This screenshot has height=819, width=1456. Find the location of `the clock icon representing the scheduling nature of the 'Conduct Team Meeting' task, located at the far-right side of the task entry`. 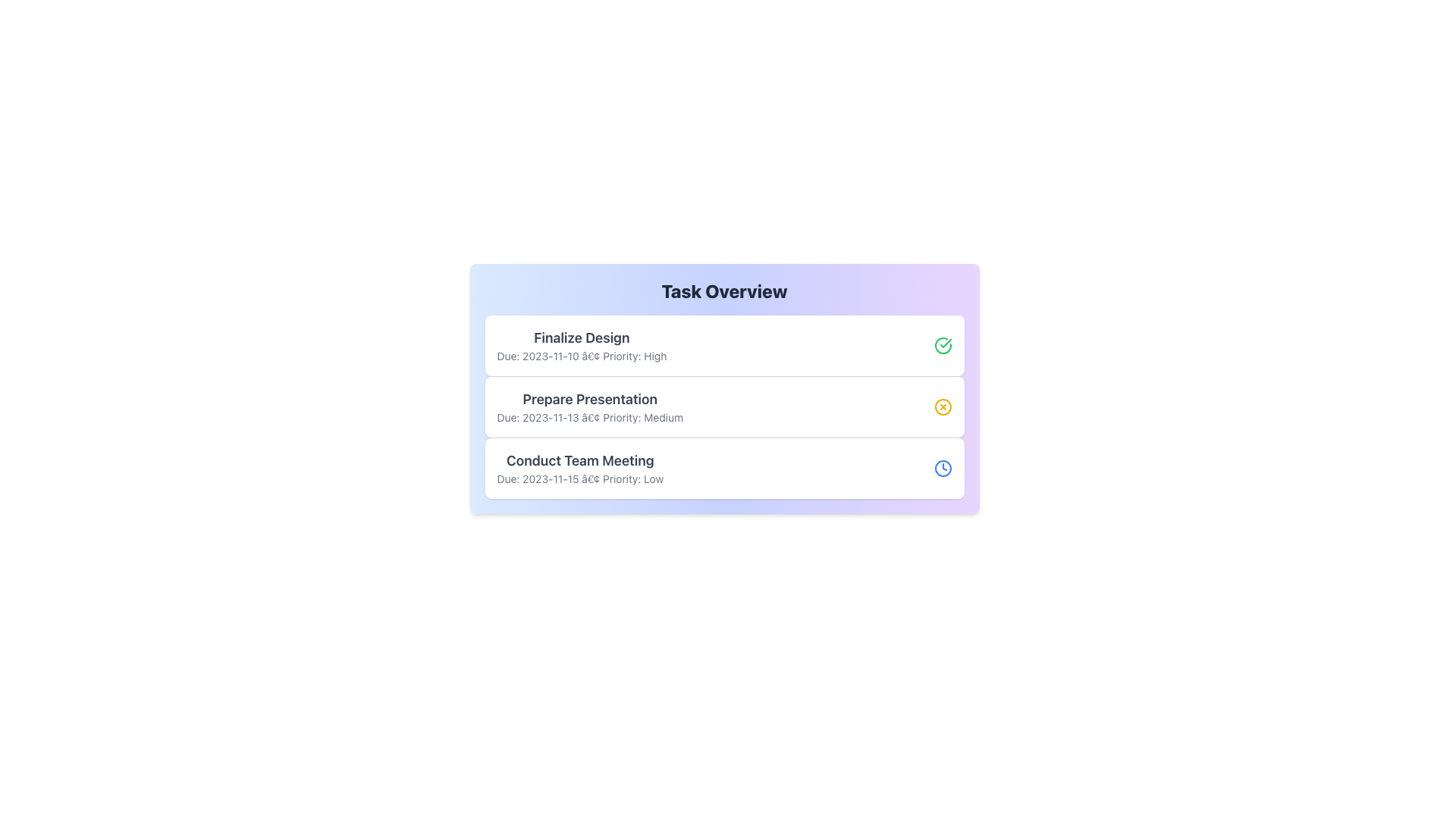

the clock icon representing the scheduling nature of the 'Conduct Team Meeting' task, located at the far-right side of the task entry is located at coordinates (942, 467).